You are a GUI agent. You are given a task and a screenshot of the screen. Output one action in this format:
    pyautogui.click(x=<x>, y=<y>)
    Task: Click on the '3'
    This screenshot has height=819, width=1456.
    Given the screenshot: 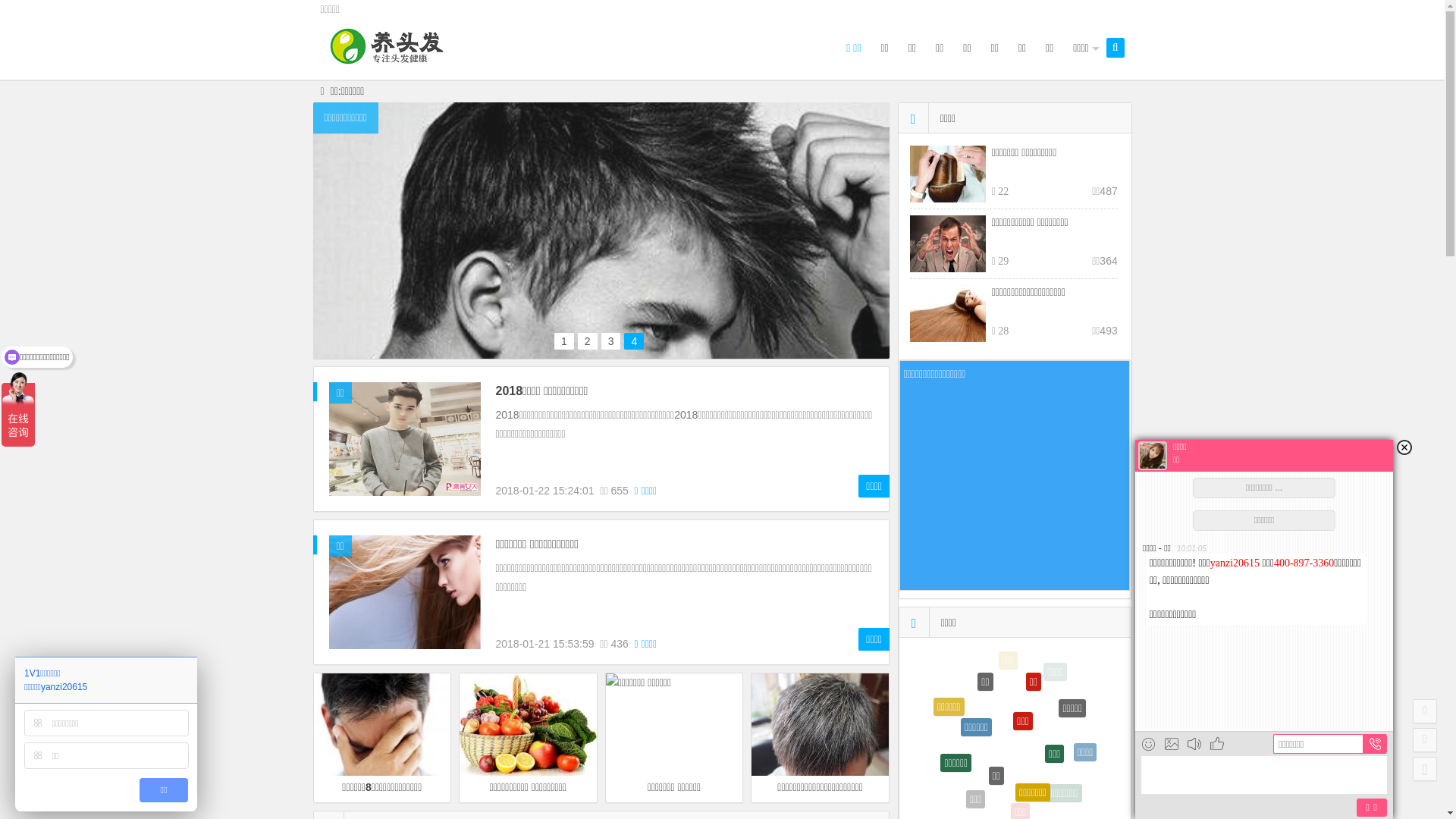 What is the action you would take?
    pyautogui.click(x=611, y=339)
    